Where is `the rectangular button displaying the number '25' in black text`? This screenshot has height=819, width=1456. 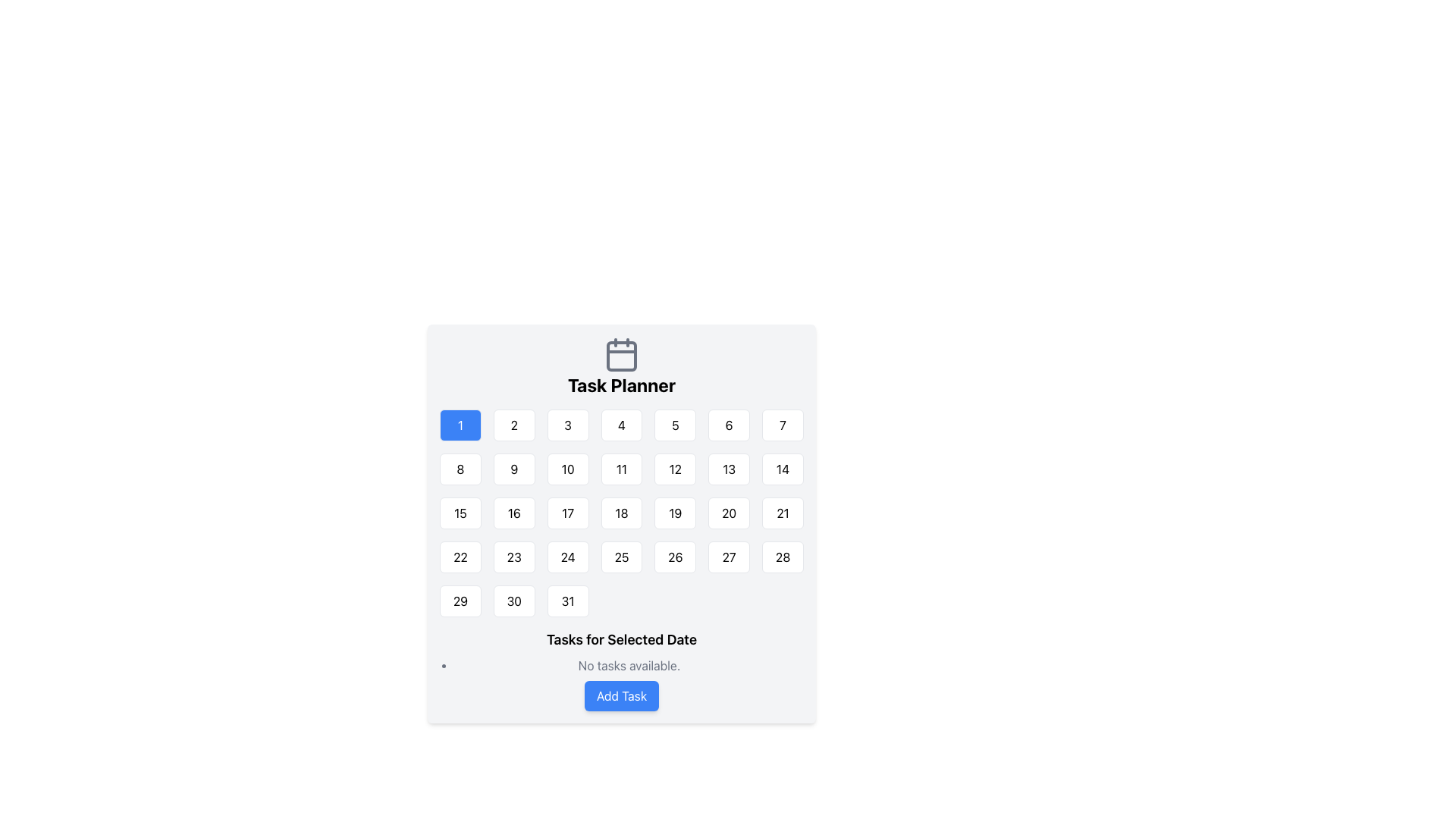 the rectangular button displaying the number '25' in black text is located at coordinates (622, 557).